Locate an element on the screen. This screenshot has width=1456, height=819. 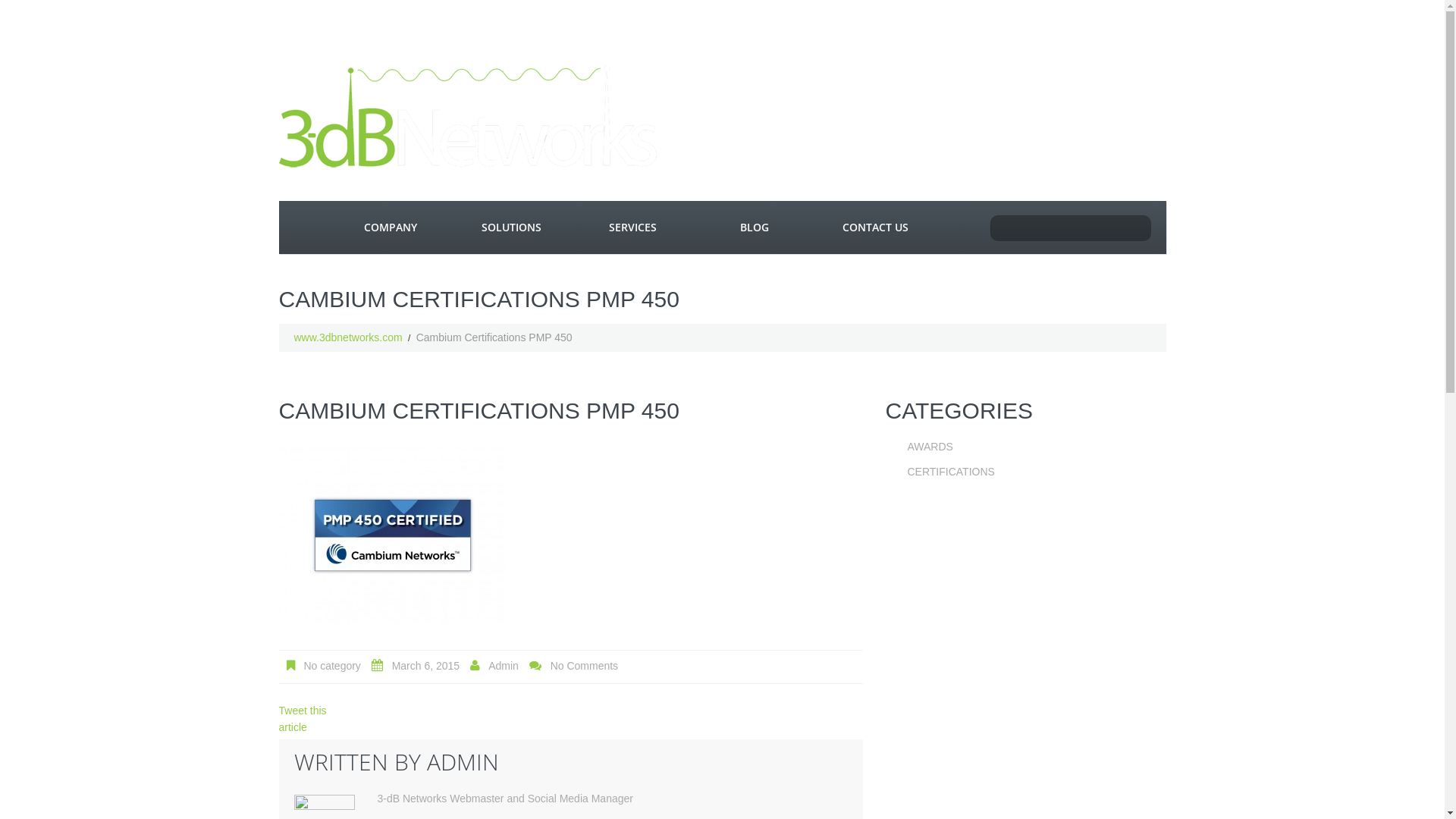
'AWARDS' is located at coordinates (928, 446).